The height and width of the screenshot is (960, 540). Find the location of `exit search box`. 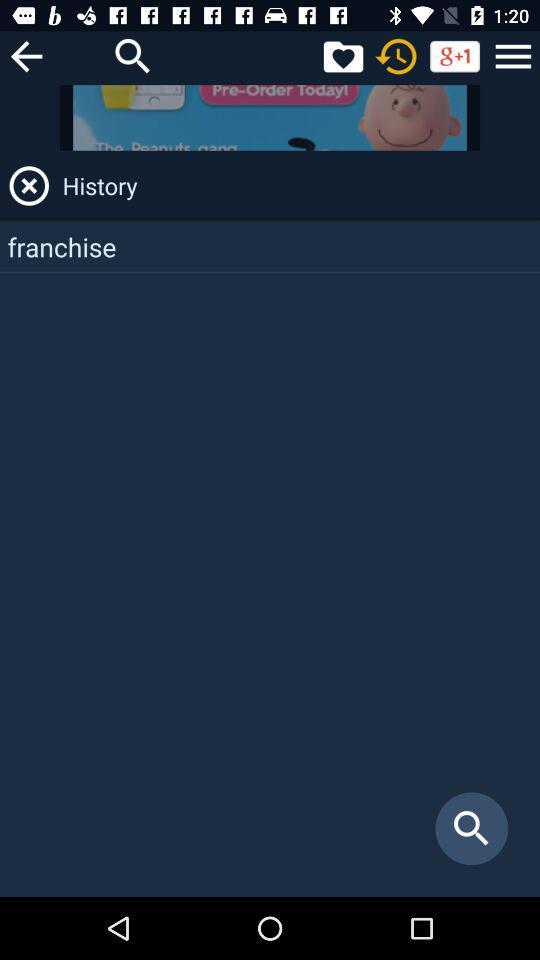

exit search box is located at coordinates (28, 185).